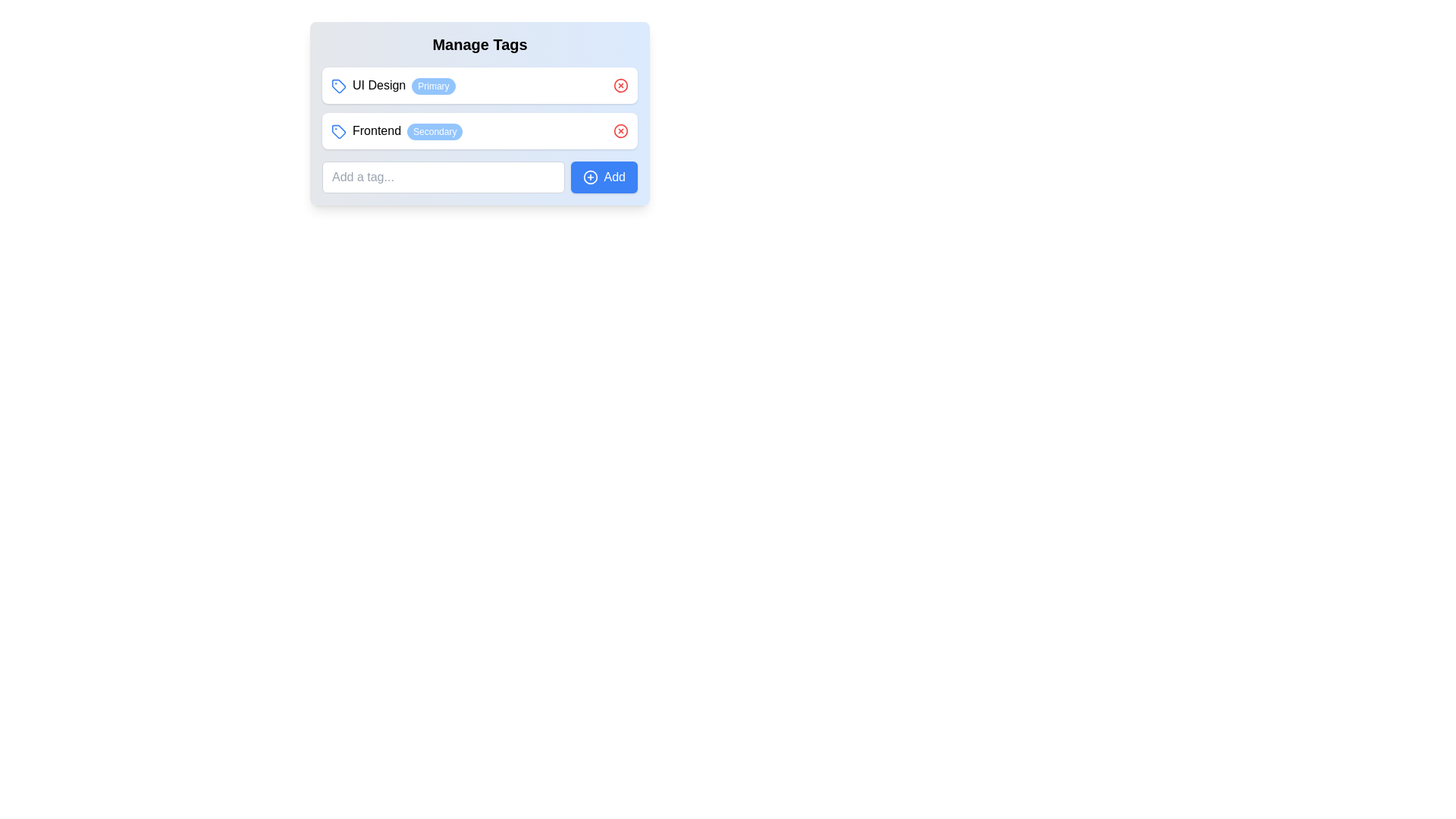 This screenshot has height=819, width=1456. Describe the element at coordinates (603, 177) in the screenshot. I see `the blue button labeled 'Add' with a plus icon` at that location.